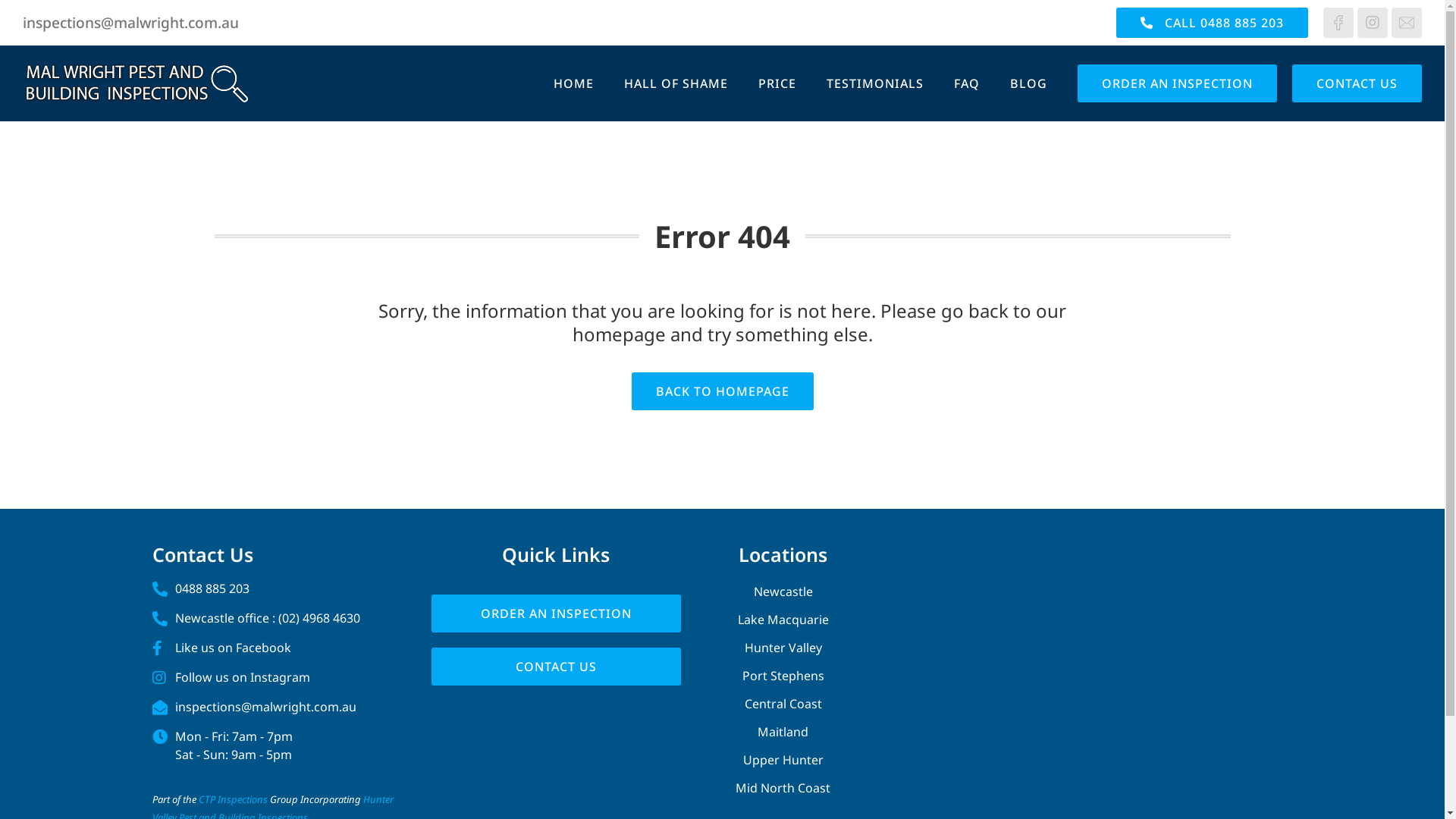 This screenshot has height=819, width=1456. What do you see at coordinates (276, 676) in the screenshot?
I see `'Follow us on Instagram'` at bounding box center [276, 676].